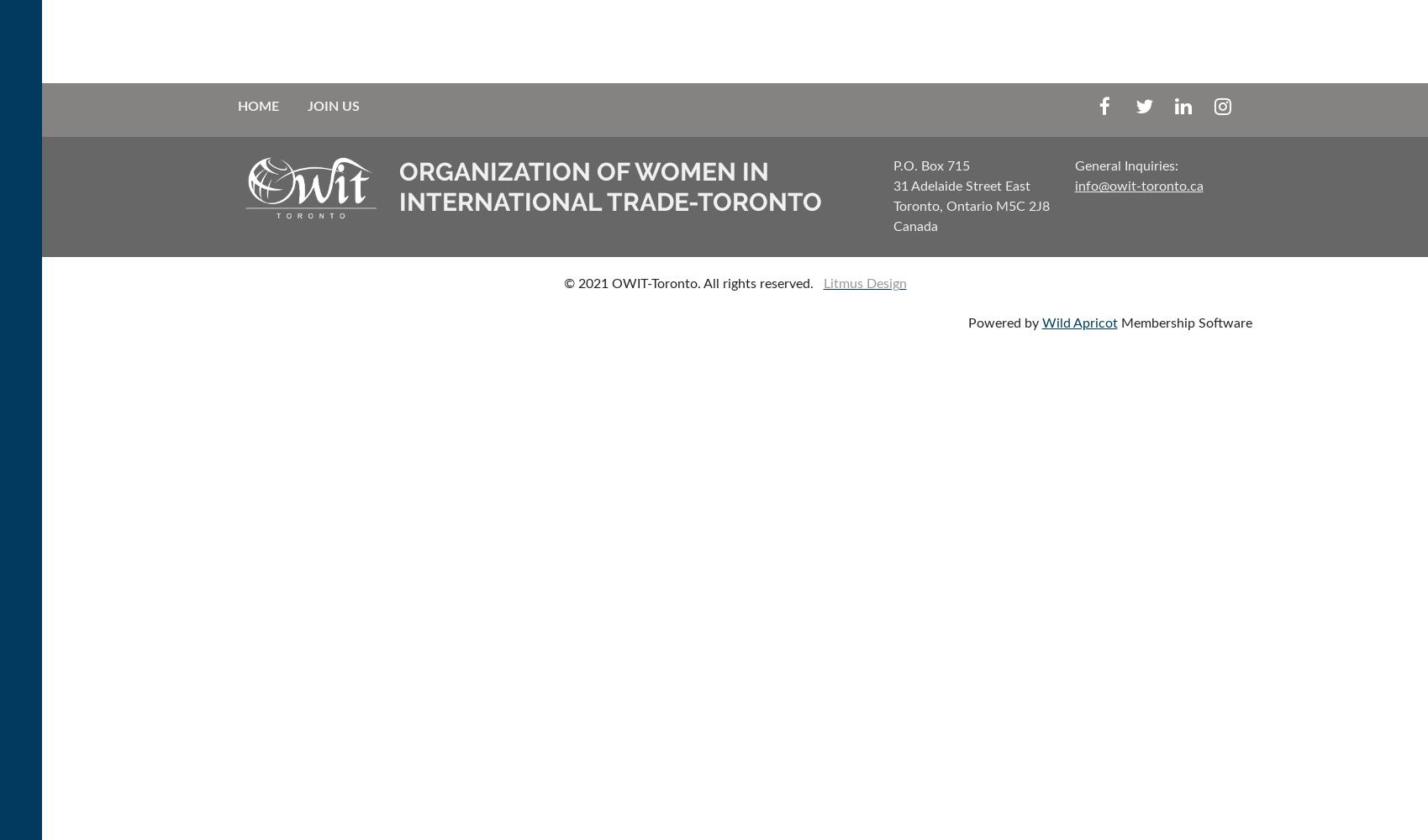 This screenshot has height=840, width=1428. I want to click on 'Membership Software', so click(1183, 323).